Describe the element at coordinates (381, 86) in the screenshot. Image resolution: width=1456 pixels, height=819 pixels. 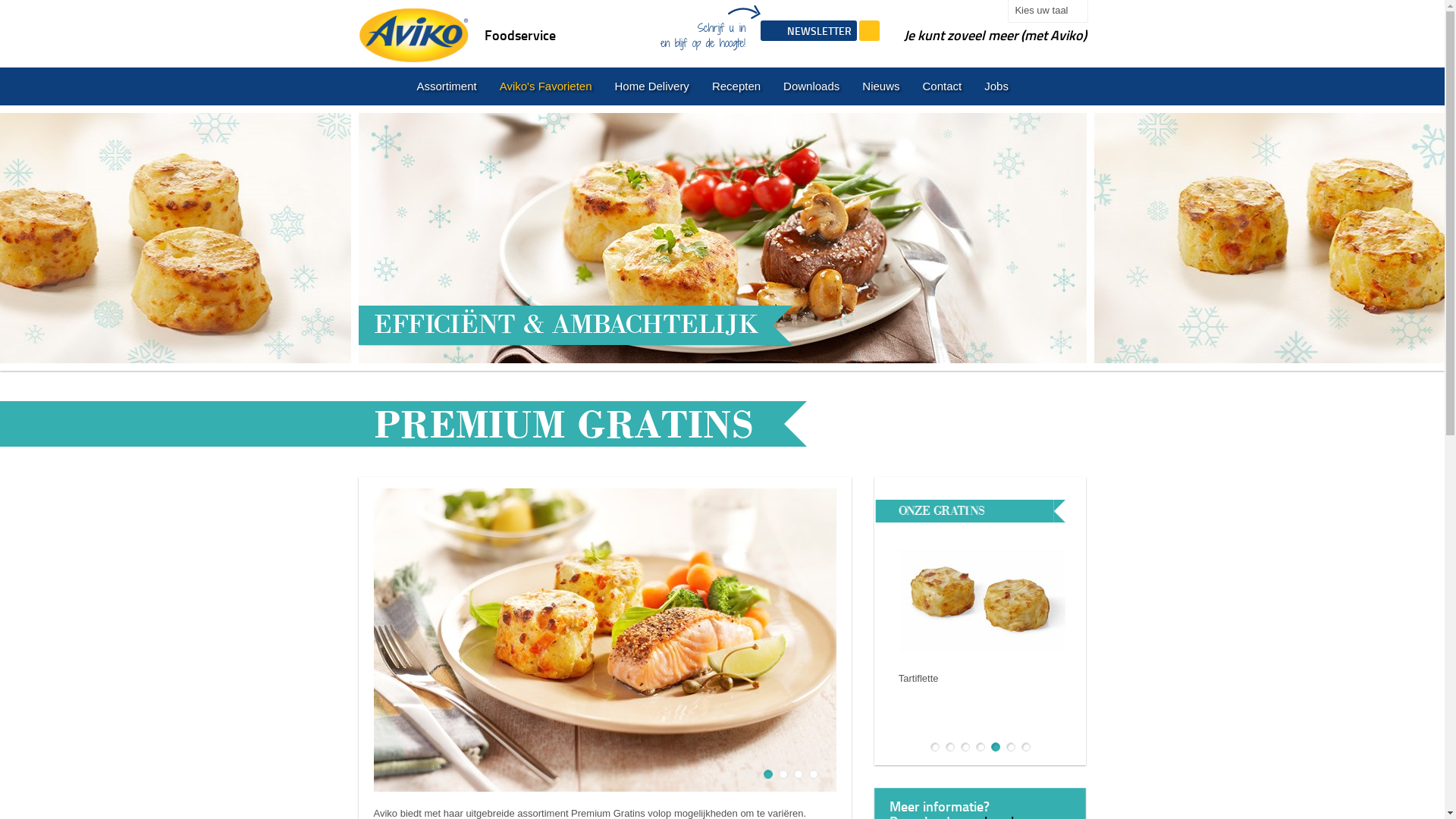
I see `'nl'` at that location.